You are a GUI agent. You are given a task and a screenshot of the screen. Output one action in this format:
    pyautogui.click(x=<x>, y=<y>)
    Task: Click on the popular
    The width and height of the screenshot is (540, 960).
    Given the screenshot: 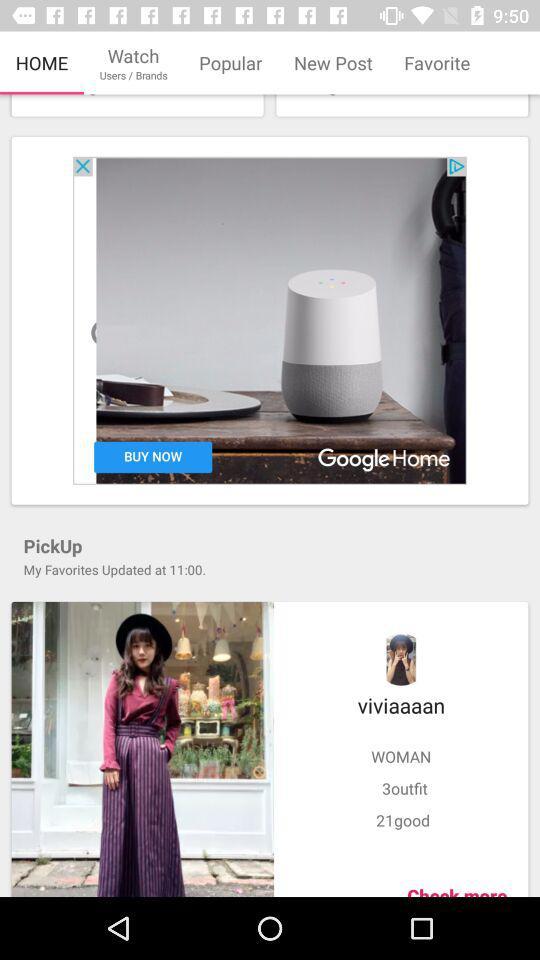 What is the action you would take?
    pyautogui.click(x=229, y=63)
    